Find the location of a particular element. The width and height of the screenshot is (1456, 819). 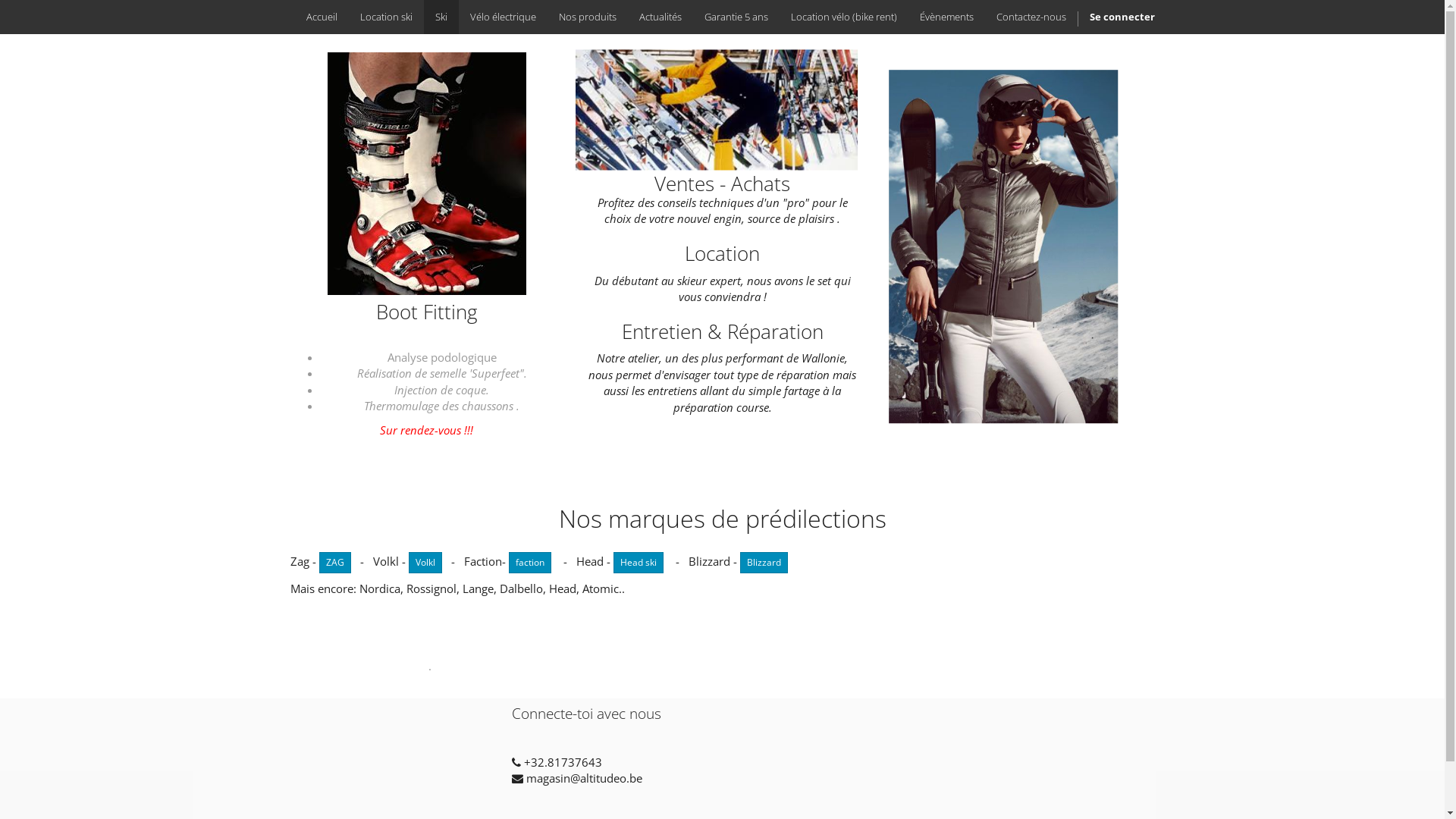

'Se connecter' is located at coordinates (1122, 17).